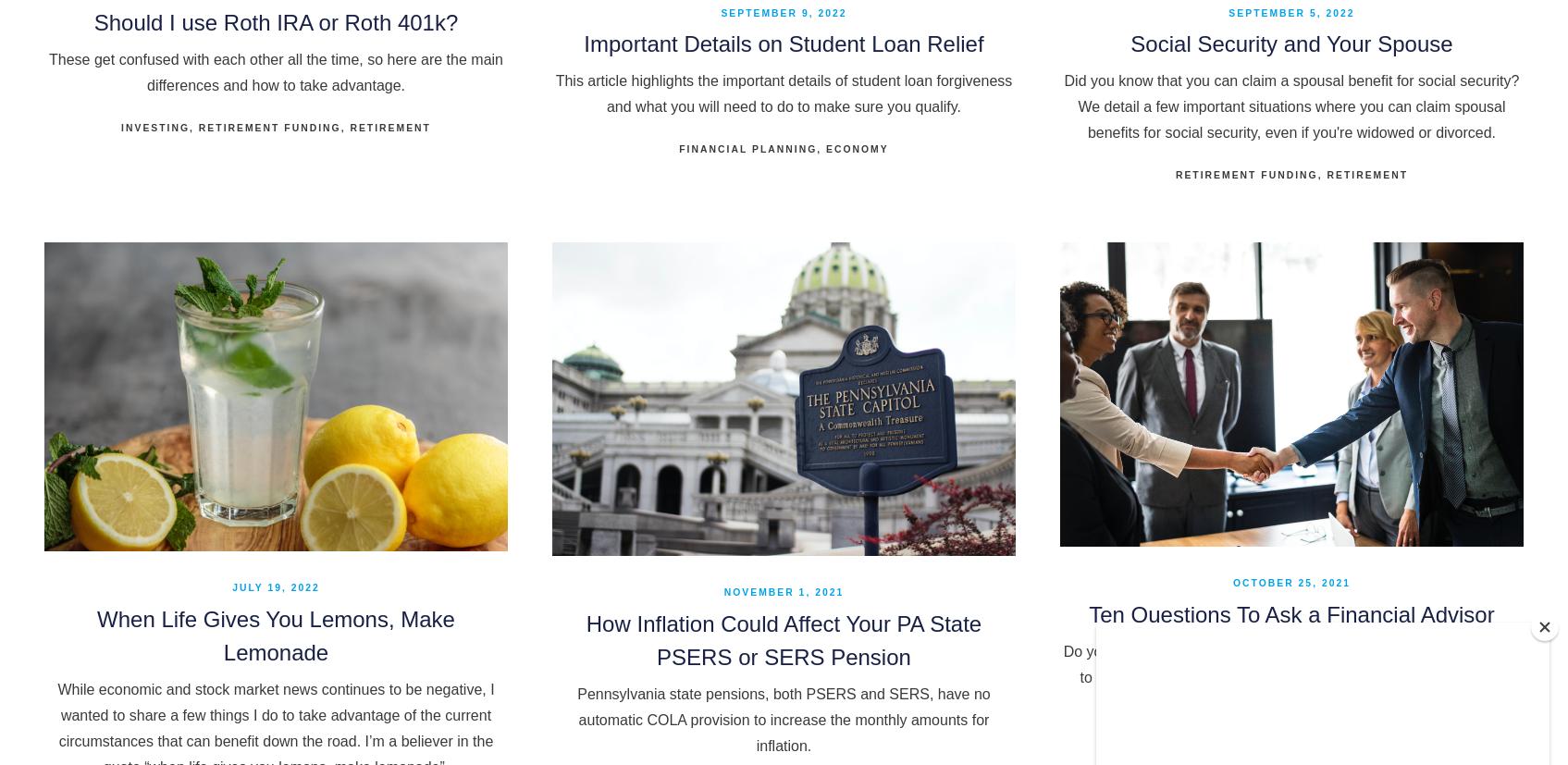  Describe the element at coordinates (783, 719) in the screenshot. I see `'Pennsylvania state pensions, both PSERS and SERS, have no automatic COLA provision to increase the monthly amounts for inflation.'` at that location.